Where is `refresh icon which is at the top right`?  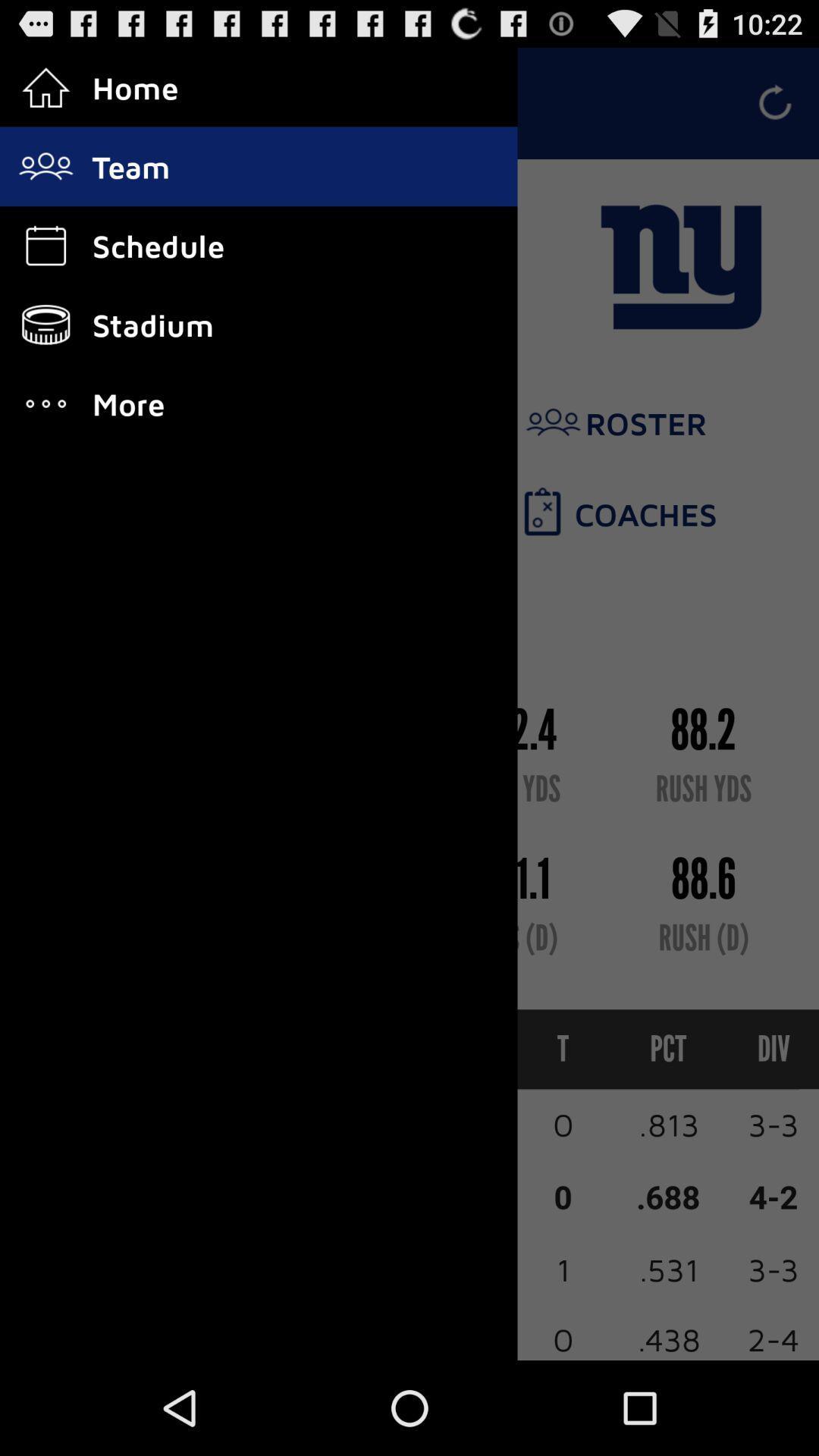 refresh icon which is at the top right is located at coordinates (775, 102).